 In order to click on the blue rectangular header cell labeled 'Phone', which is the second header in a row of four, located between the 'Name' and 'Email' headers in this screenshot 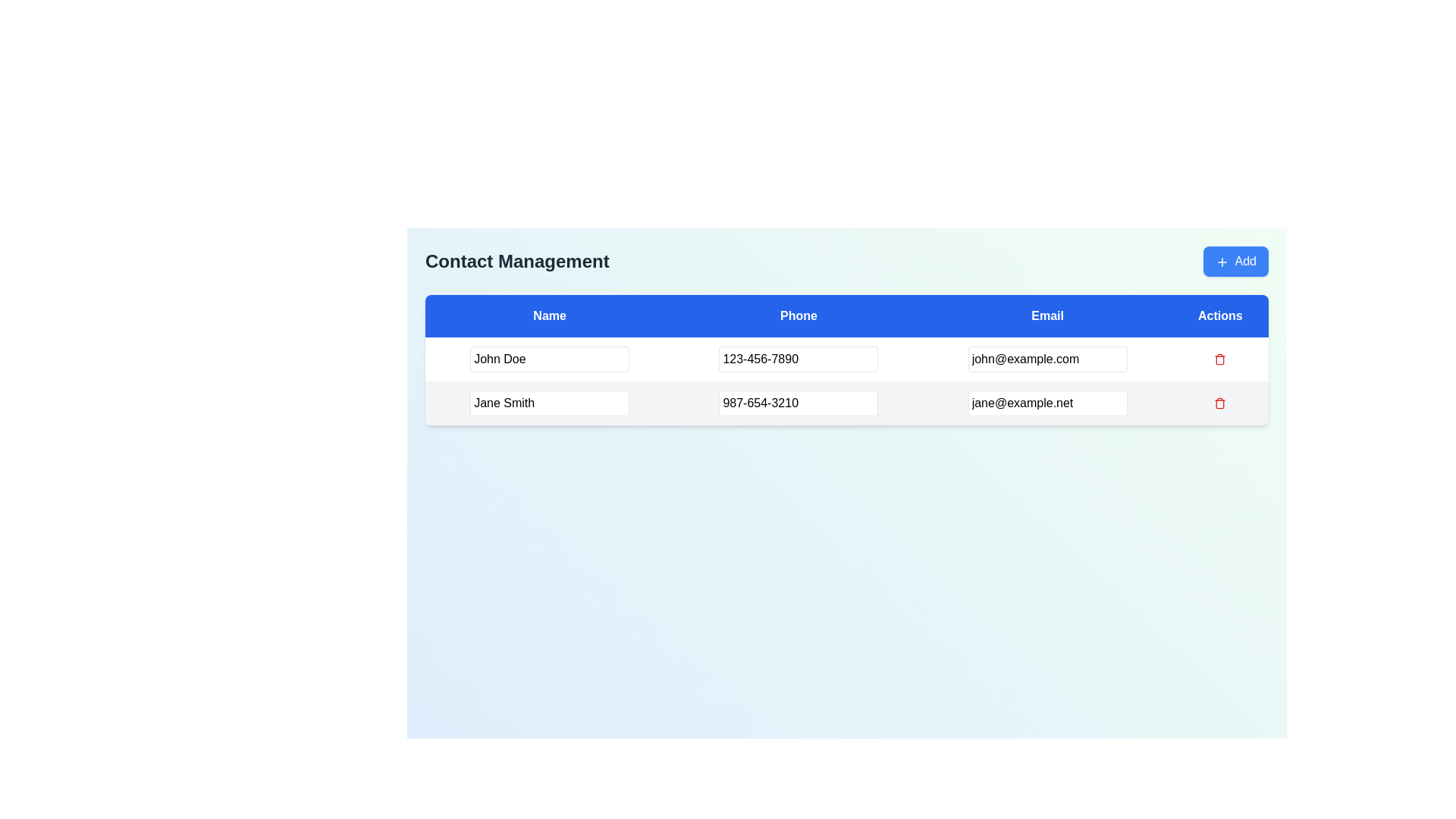, I will do `click(798, 315)`.